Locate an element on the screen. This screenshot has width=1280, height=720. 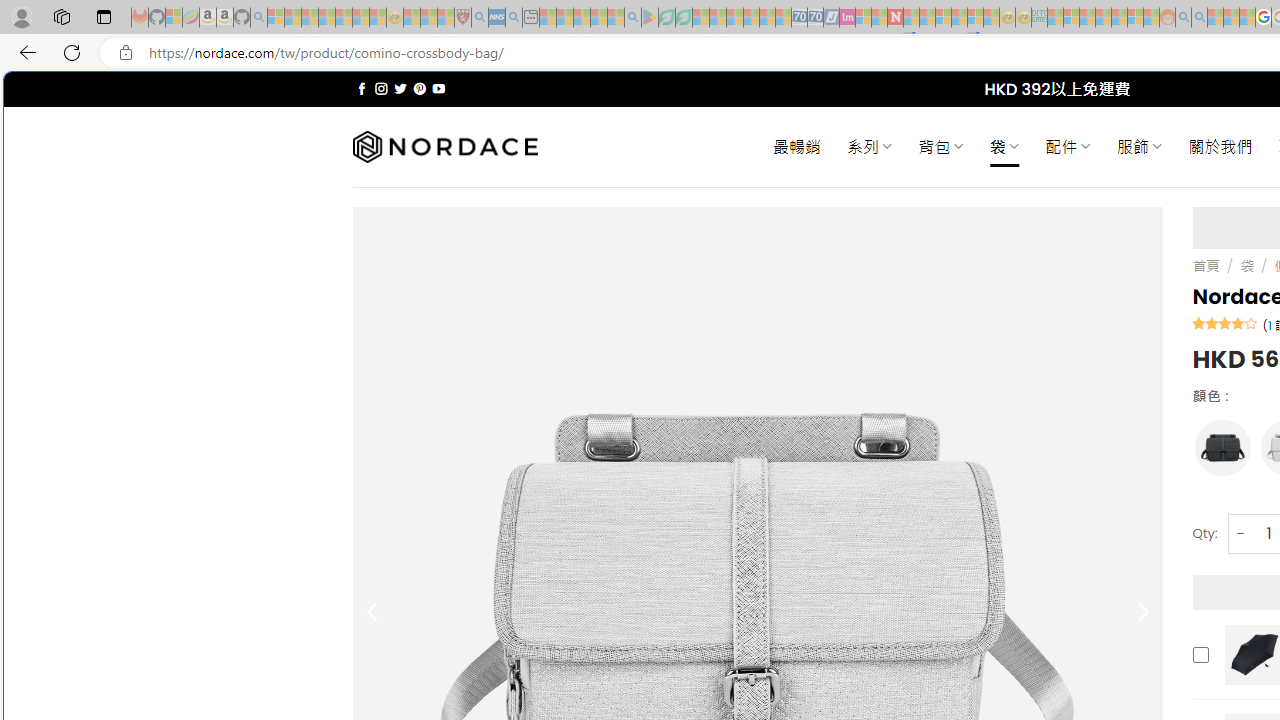
'google - Search - Sleeping' is located at coordinates (631, 17).